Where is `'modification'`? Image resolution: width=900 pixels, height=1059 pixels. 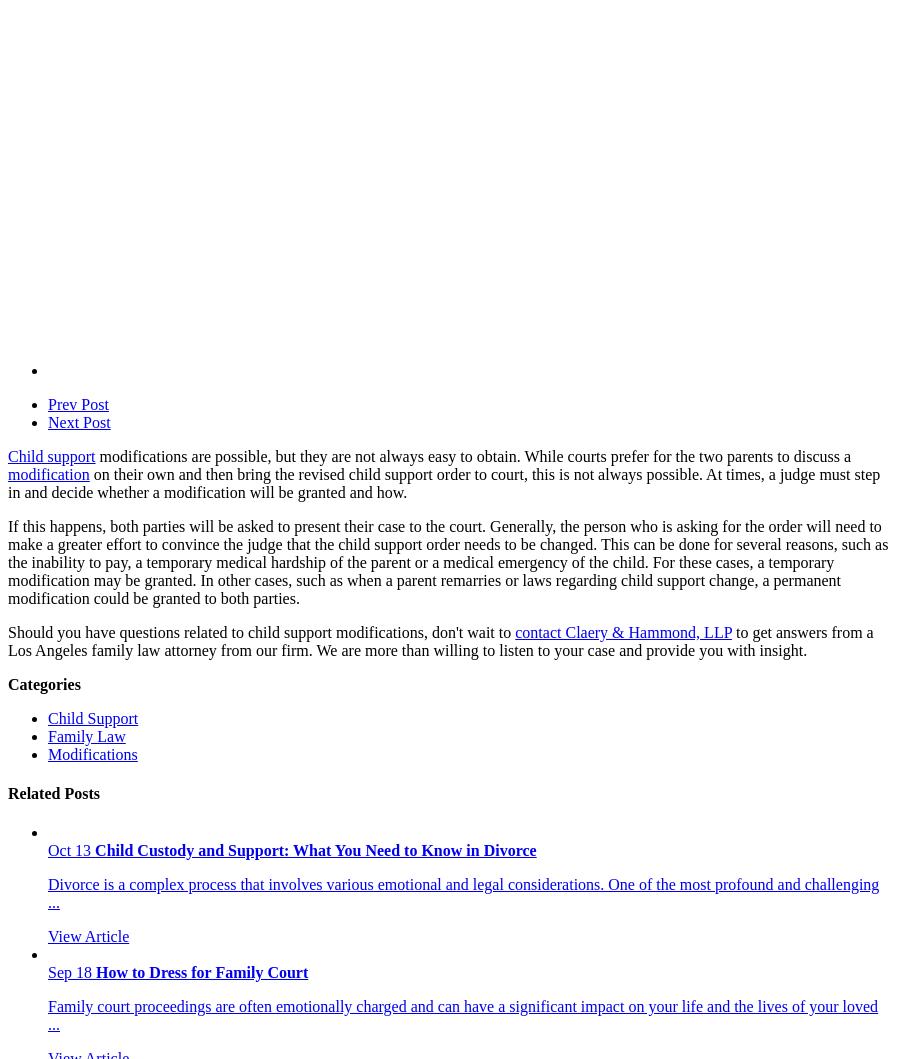 'modification' is located at coordinates (47, 473).